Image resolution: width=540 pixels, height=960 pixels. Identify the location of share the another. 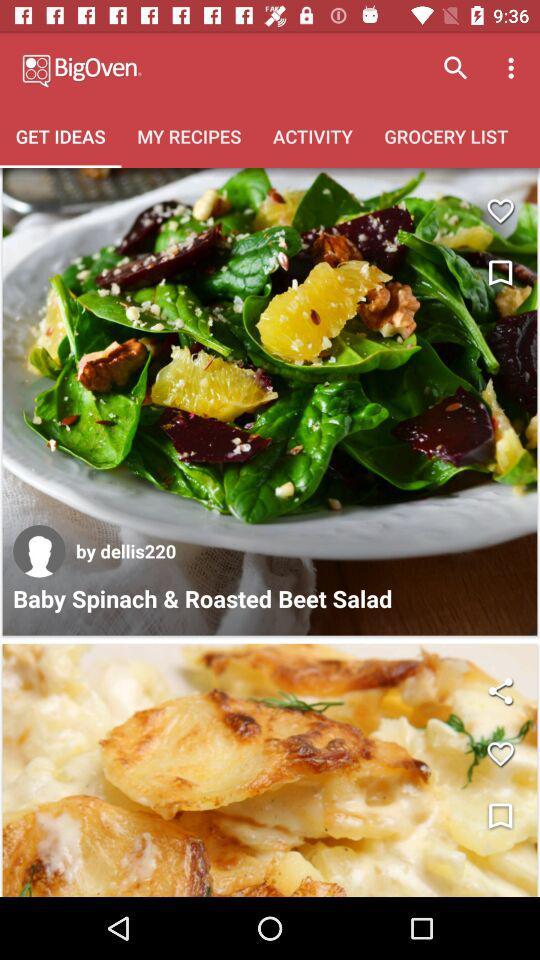
(499, 691).